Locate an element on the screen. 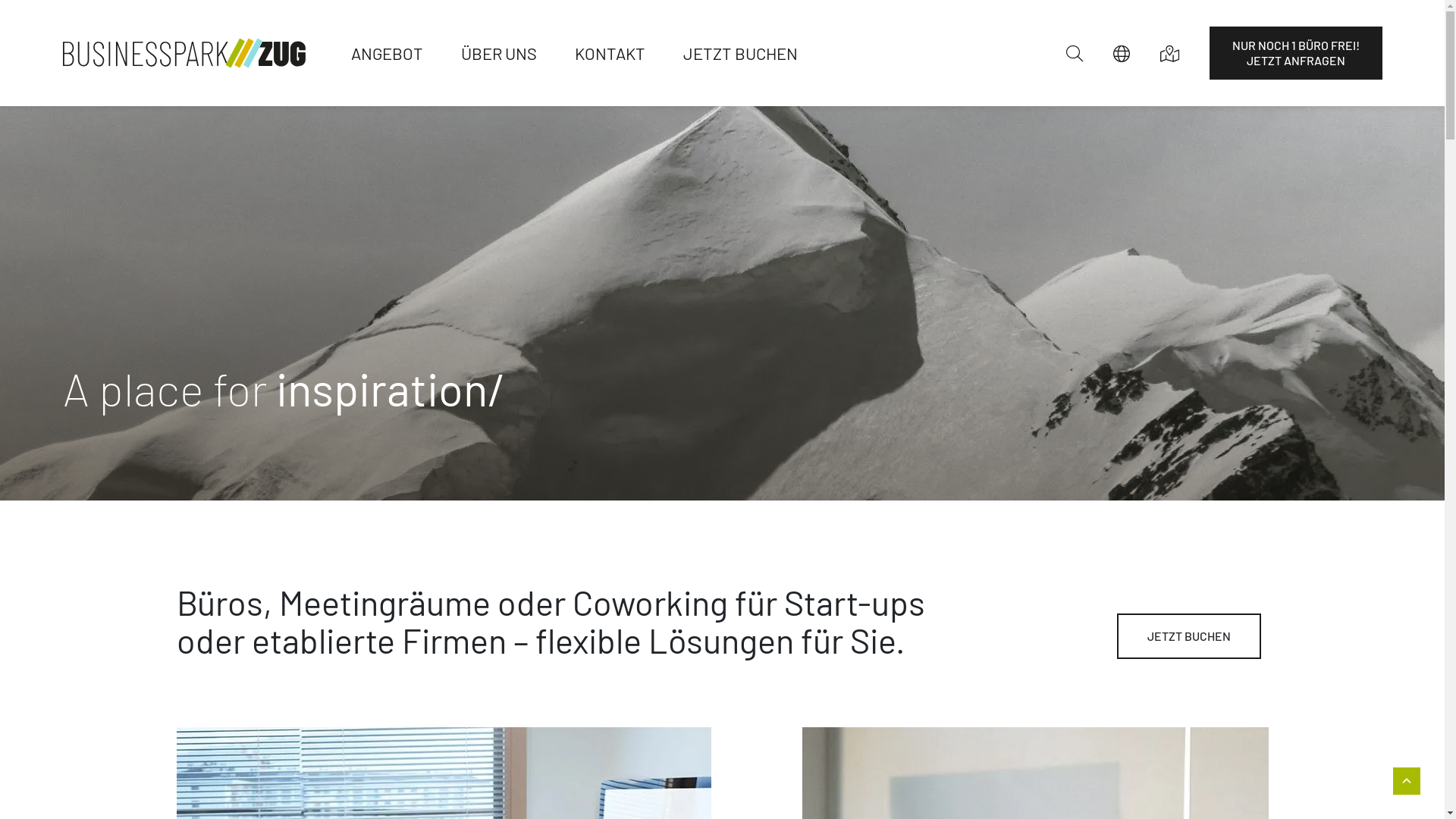 The width and height of the screenshot is (1456, 819). 'KONTAKT' is located at coordinates (609, 52).